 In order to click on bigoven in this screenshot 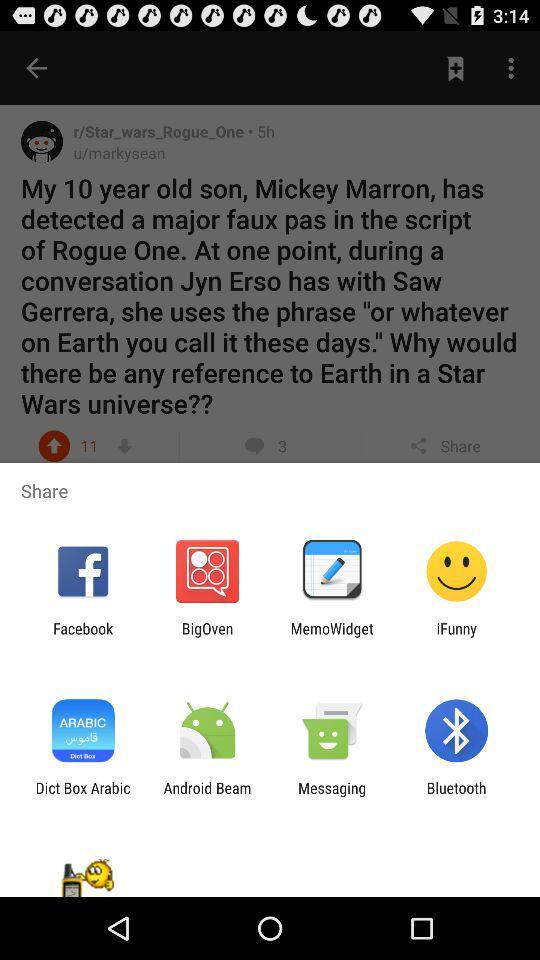, I will do `click(206, 636)`.